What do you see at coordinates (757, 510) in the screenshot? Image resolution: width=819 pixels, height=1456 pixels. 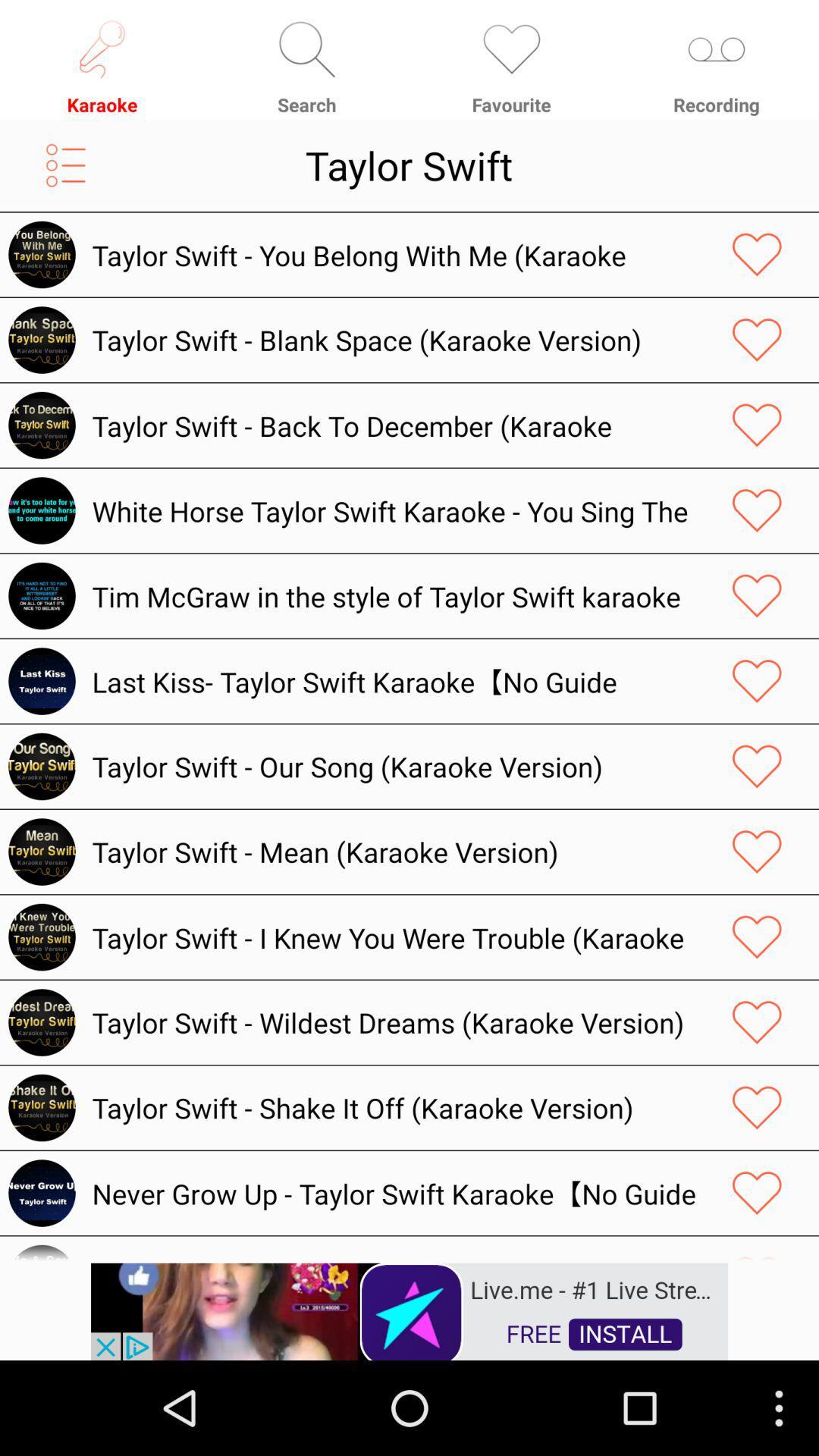 I see `favorite` at bounding box center [757, 510].